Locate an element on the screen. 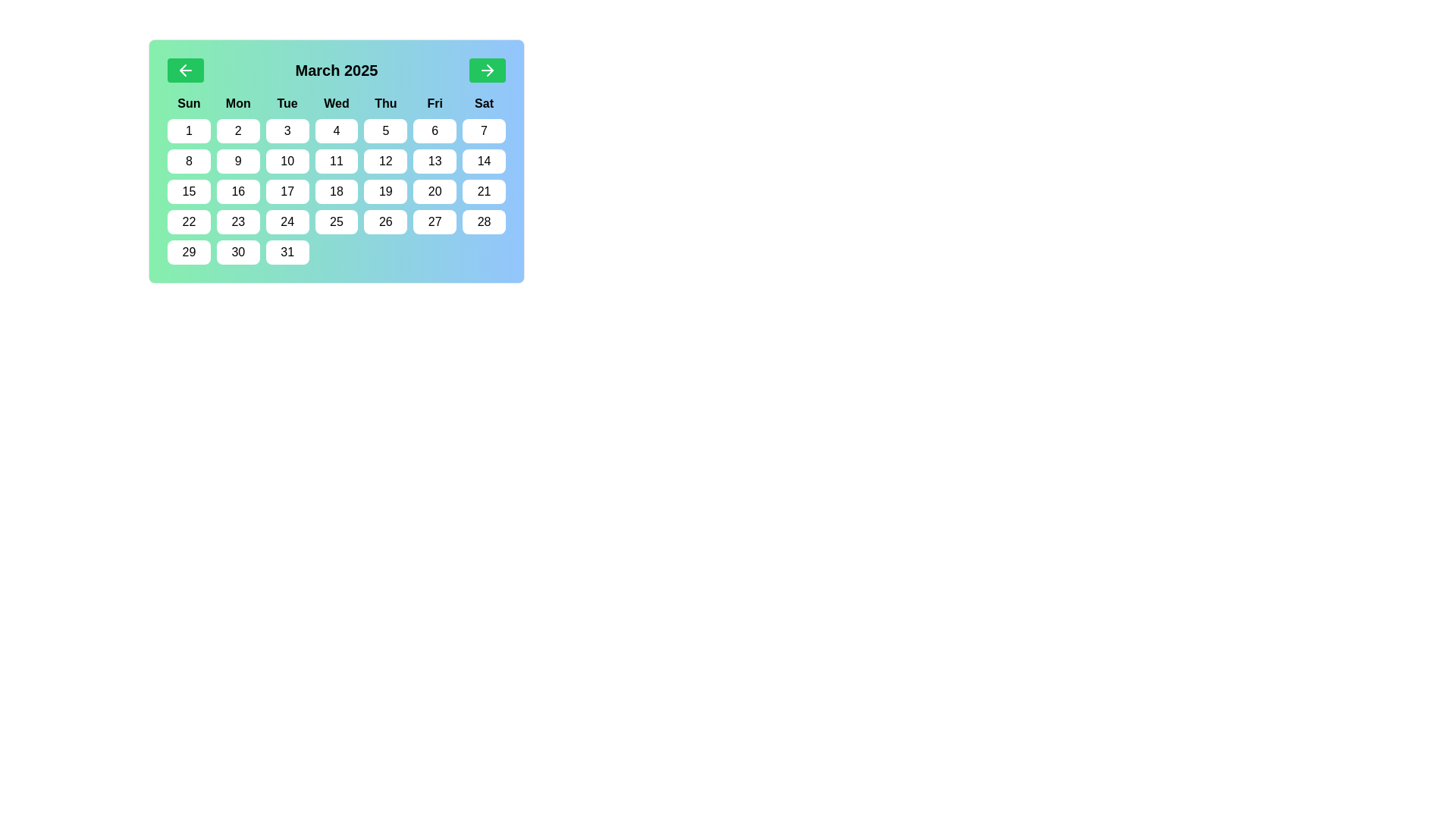 Image resolution: width=1456 pixels, height=819 pixels. the rounded rectangular button displaying the number '19' in black on a white background, which is the sixth button in the fourth row of the calendar grid corresponding to Friday is located at coordinates (385, 191).